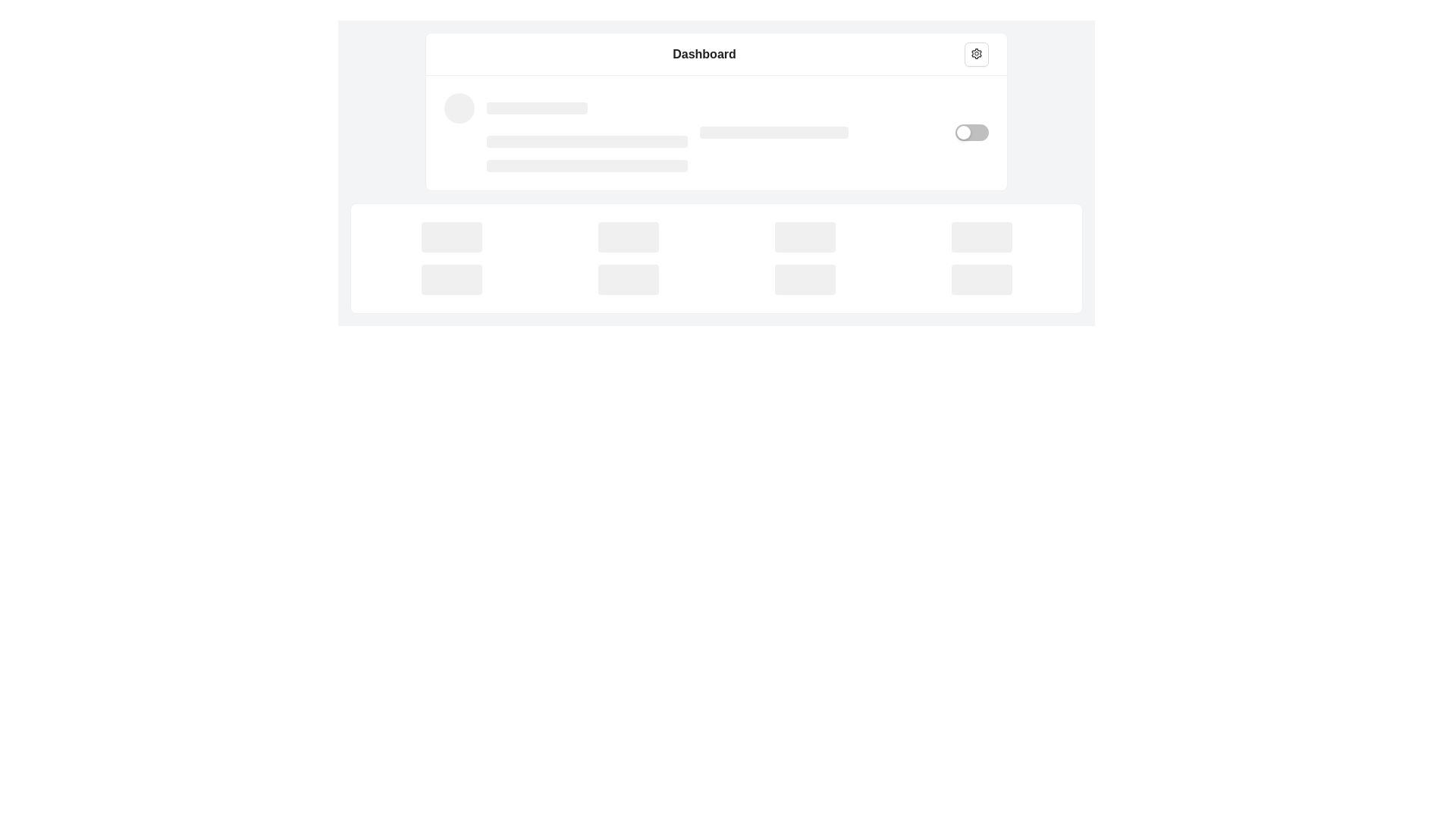 The height and width of the screenshot is (819, 1456). Describe the element at coordinates (976, 52) in the screenshot. I see `the settings icon located in the top-right corner of the interface` at that location.